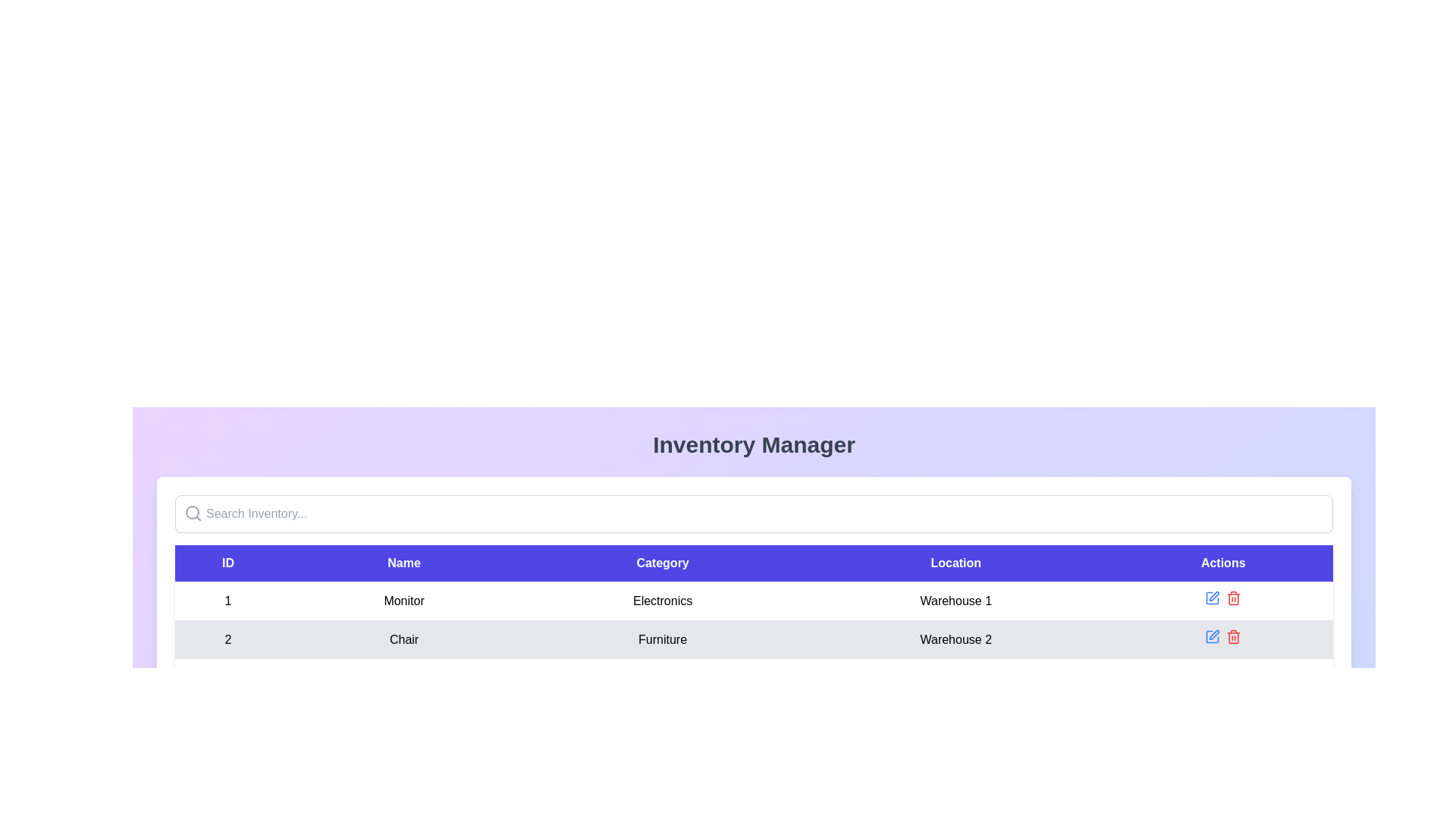 Image resolution: width=1456 pixels, height=819 pixels. I want to click on the text label displaying 'Furniture' in the 'Category' column of the table, which is positioned centrally in its cell, so click(663, 639).